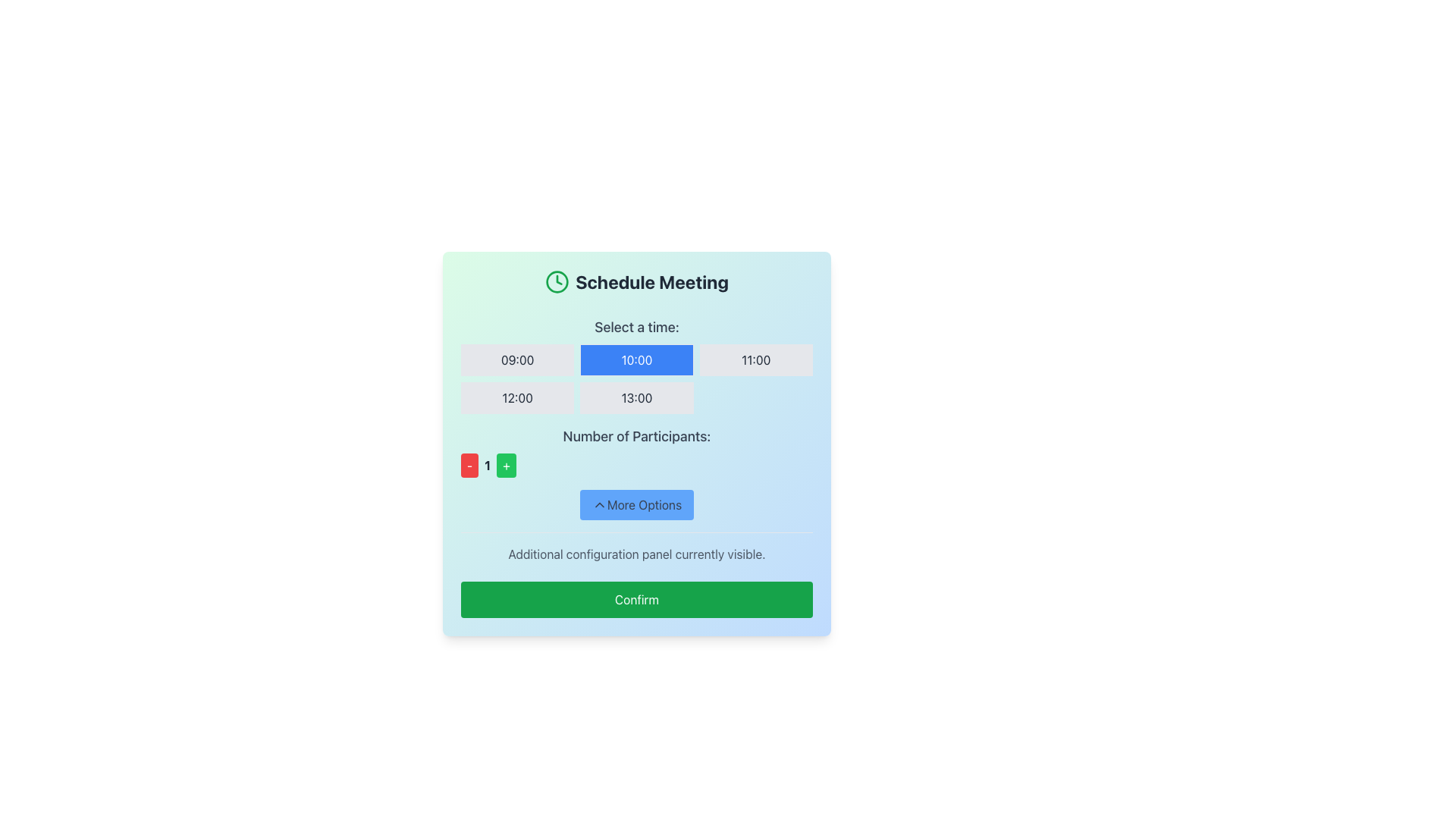 This screenshot has height=819, width=1456. Describe the element at coordinates (637, 366) in the screenshot. I see `the highlighted button '10:00'` at that location.